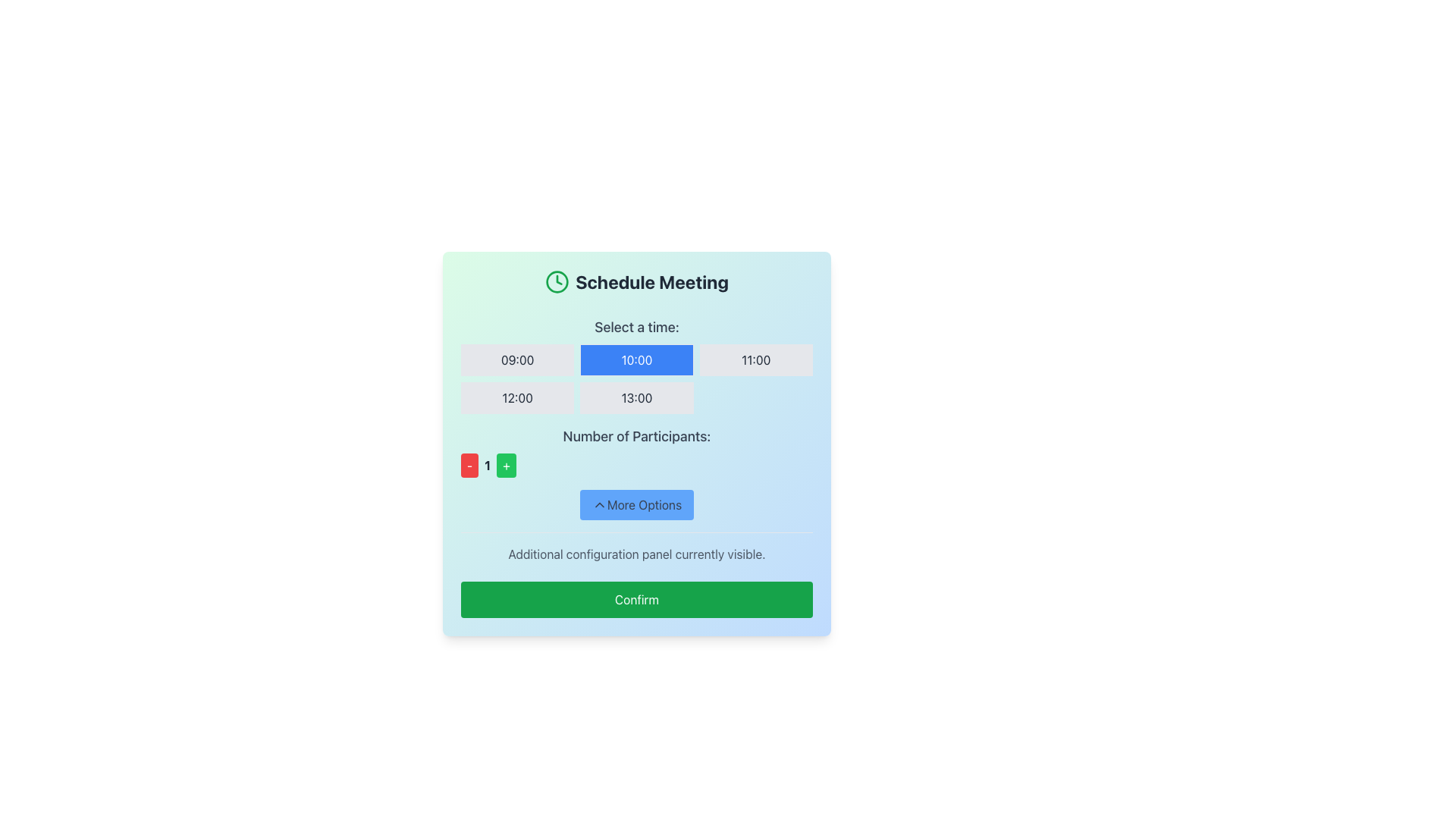 This screenshot has height=819, width=1456. Describe the element at coordinates (637, 366) in the screenshot. I see `the highlighted button '10:00'` at that location.